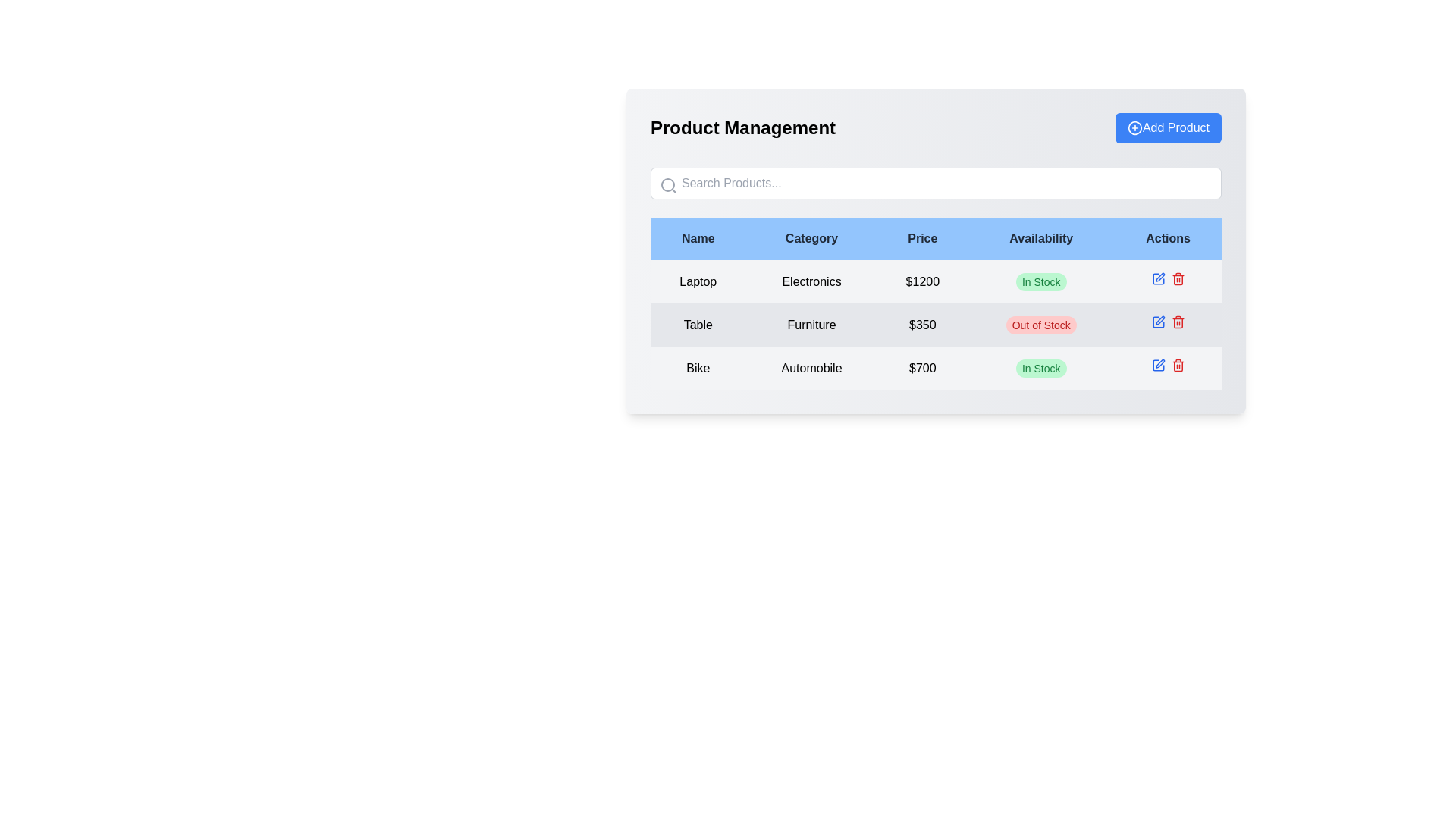 This screenshot has width=1456, height=819. Describe the element at coordinates (1157, 278) in the screenshot. I see `the edit button for the 'Laptop' item located in the 'Actions' column of the first row in the data table to initiate editing` at that location.